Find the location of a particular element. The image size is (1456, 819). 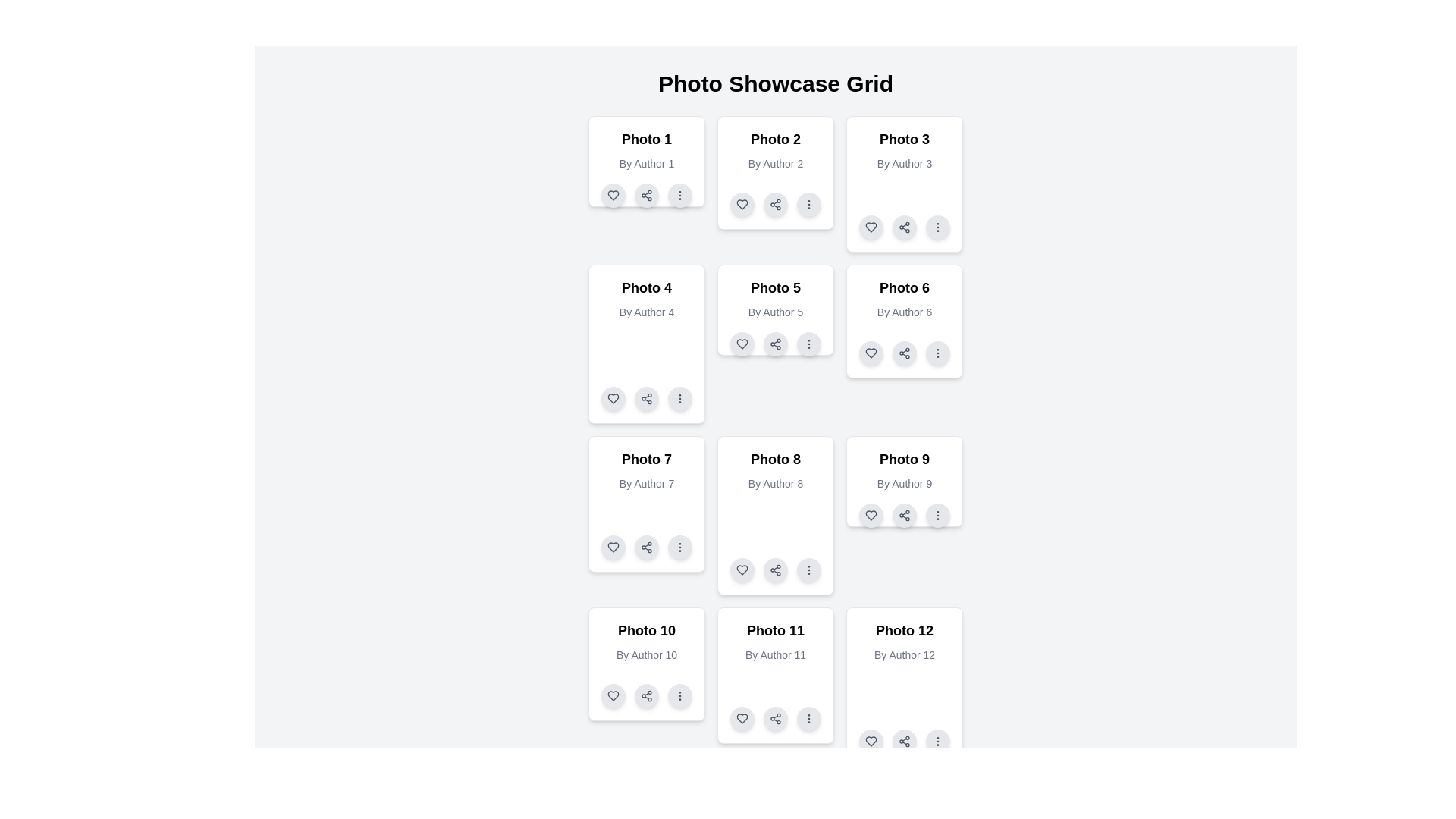

the heart-shaped icon styled in an outlined format, which represents a 'like' or 'favorite' action, located as the leftmost icon under the card labeled 'Photo 10' is located at coordinates (613, 696).